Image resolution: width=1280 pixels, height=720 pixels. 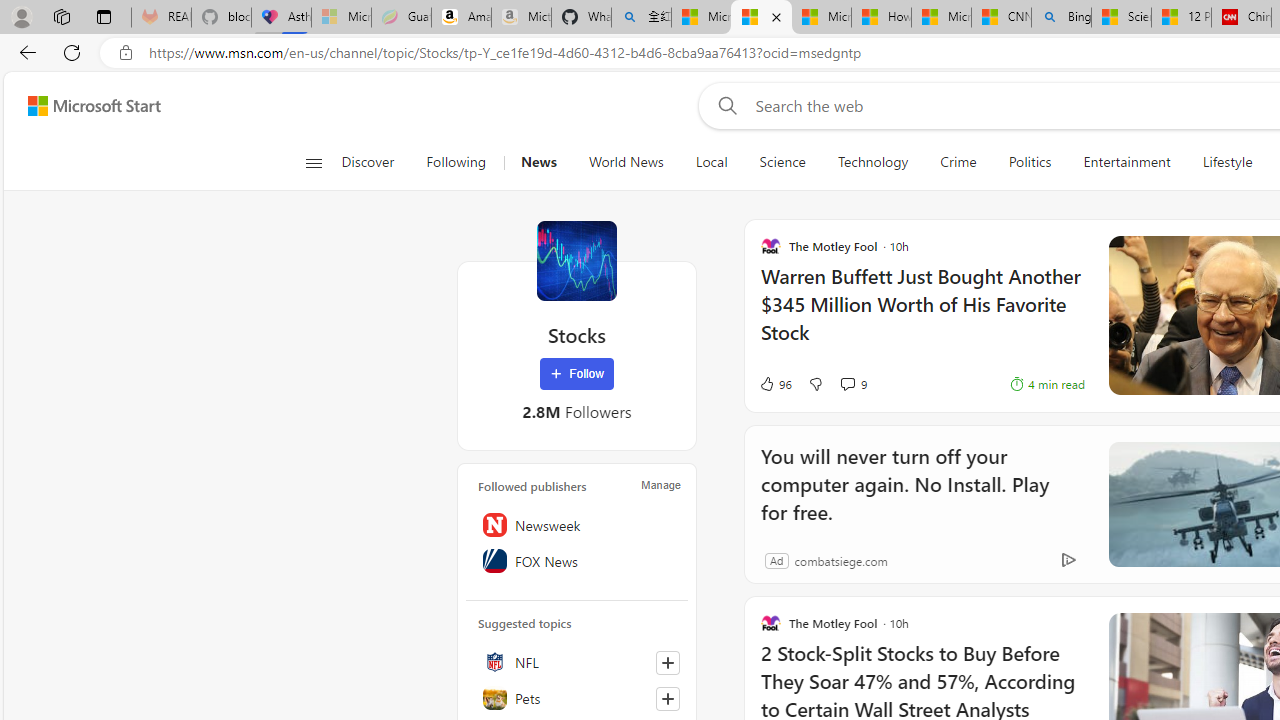 I want to click on 'Manage', so click(x=661, y=484).